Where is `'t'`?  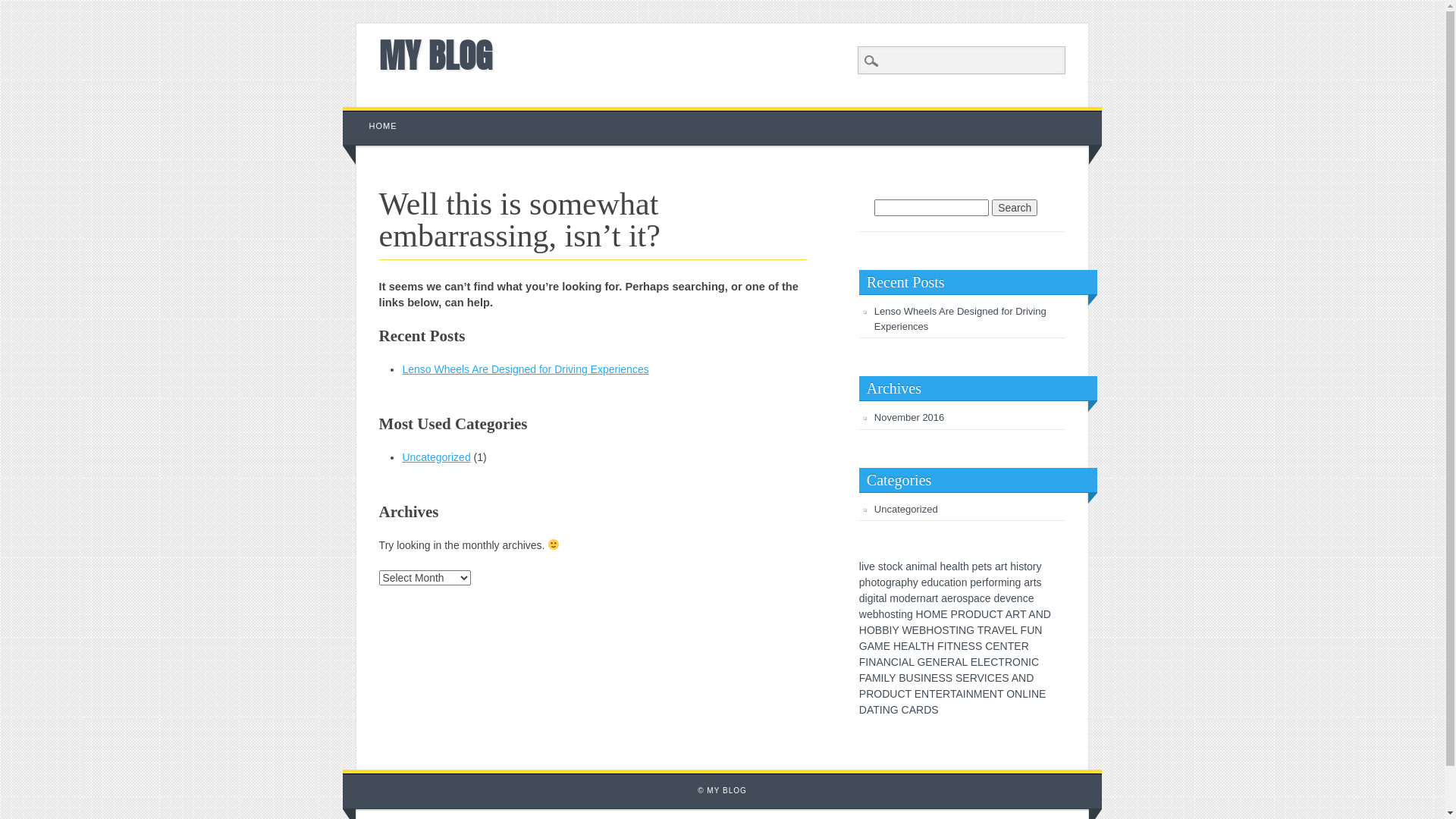
't' is located at coordinates (985, 566).